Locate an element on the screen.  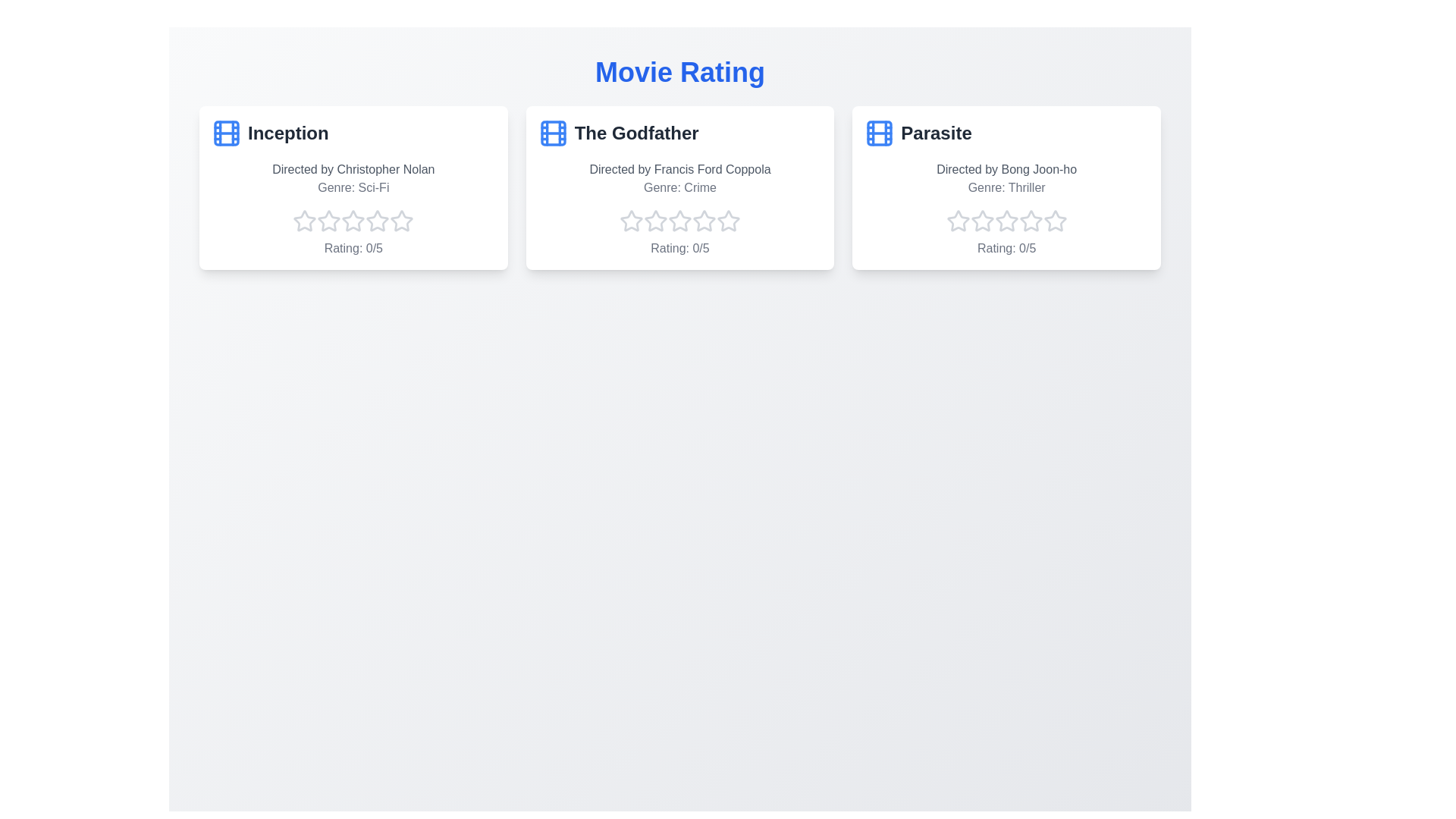
the movie card for 'Inception' to see its hover effect is located at coordinates (352, 187).